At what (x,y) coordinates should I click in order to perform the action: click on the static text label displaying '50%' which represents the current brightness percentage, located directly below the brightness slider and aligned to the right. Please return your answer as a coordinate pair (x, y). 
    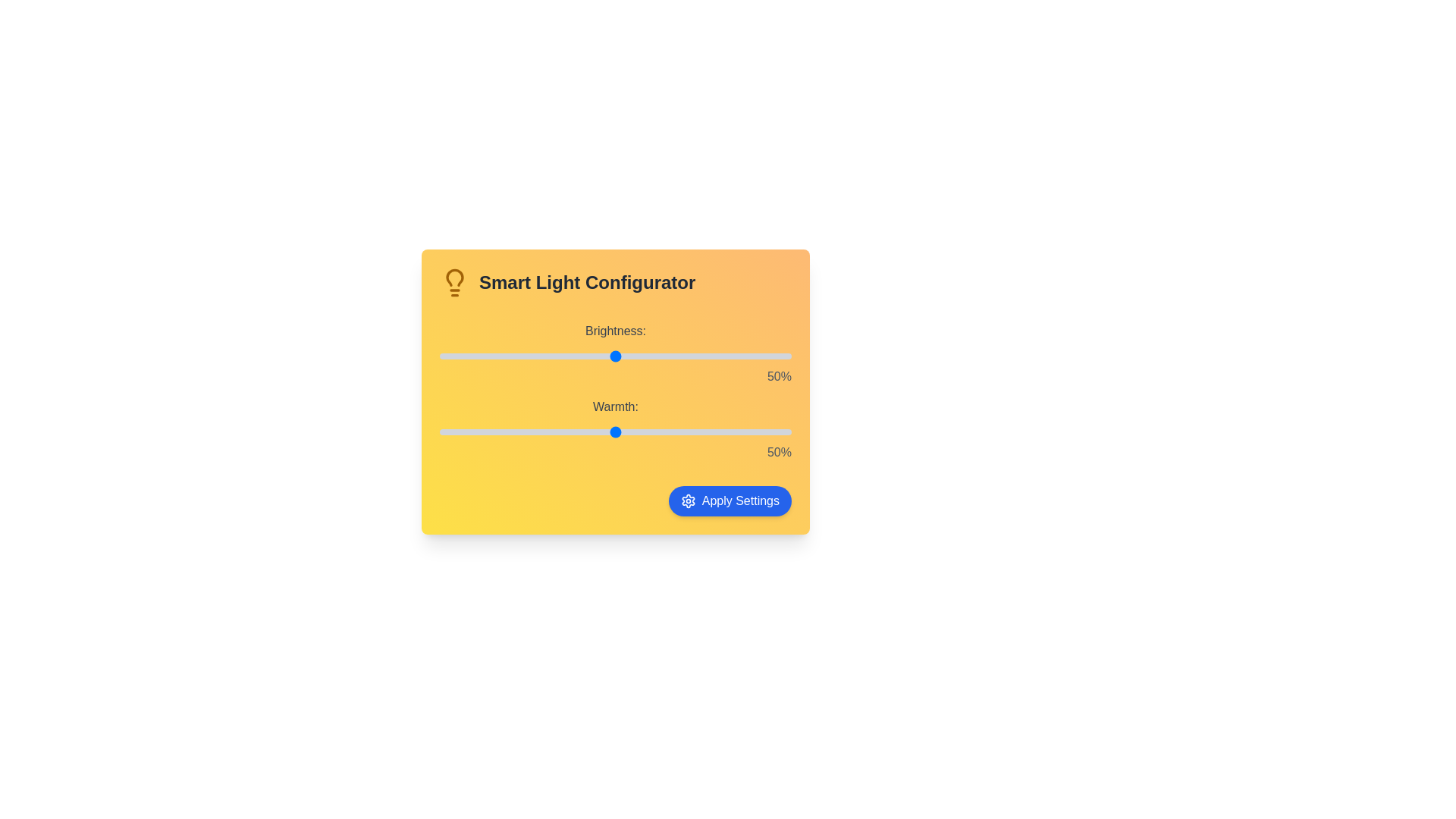
    Looking at the image, I should click on (615, 376).